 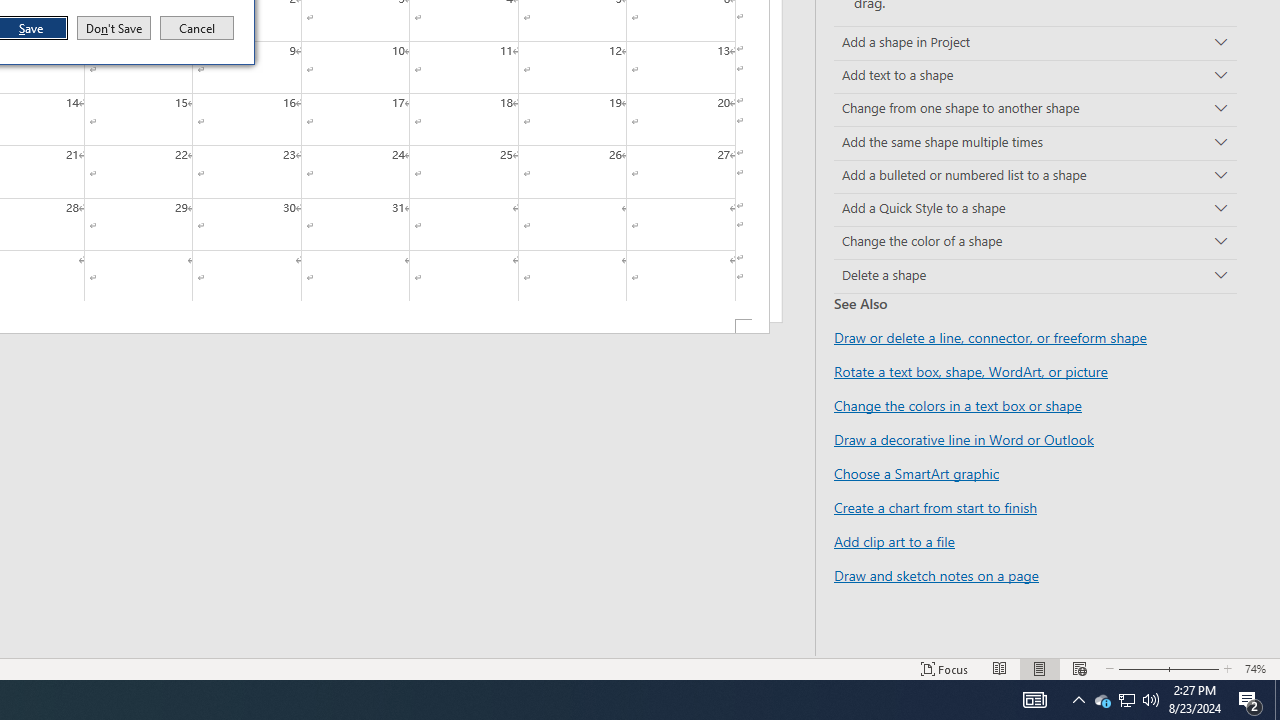 What do you see at coordinates (1040, 669) in the screenshot?
I see `'Print Layout'` at bounding box center [1040, 669].